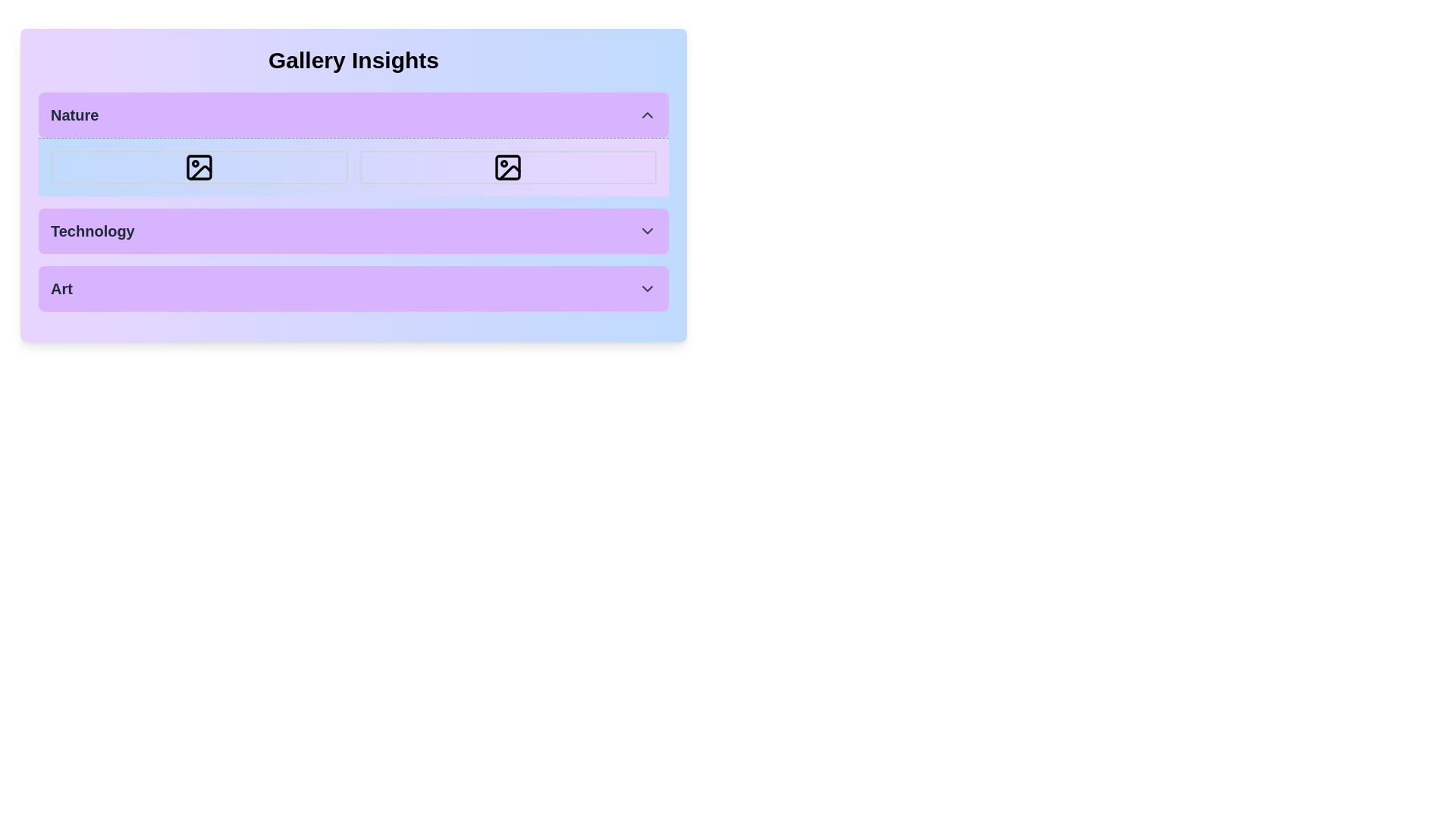 Image resolution: width=1456 pixels, height=819 pixels. I want to click on the image frame icon with a circular object located in the 'Nature' row of the 'Gallery Insights' panel, so click(198, 167).